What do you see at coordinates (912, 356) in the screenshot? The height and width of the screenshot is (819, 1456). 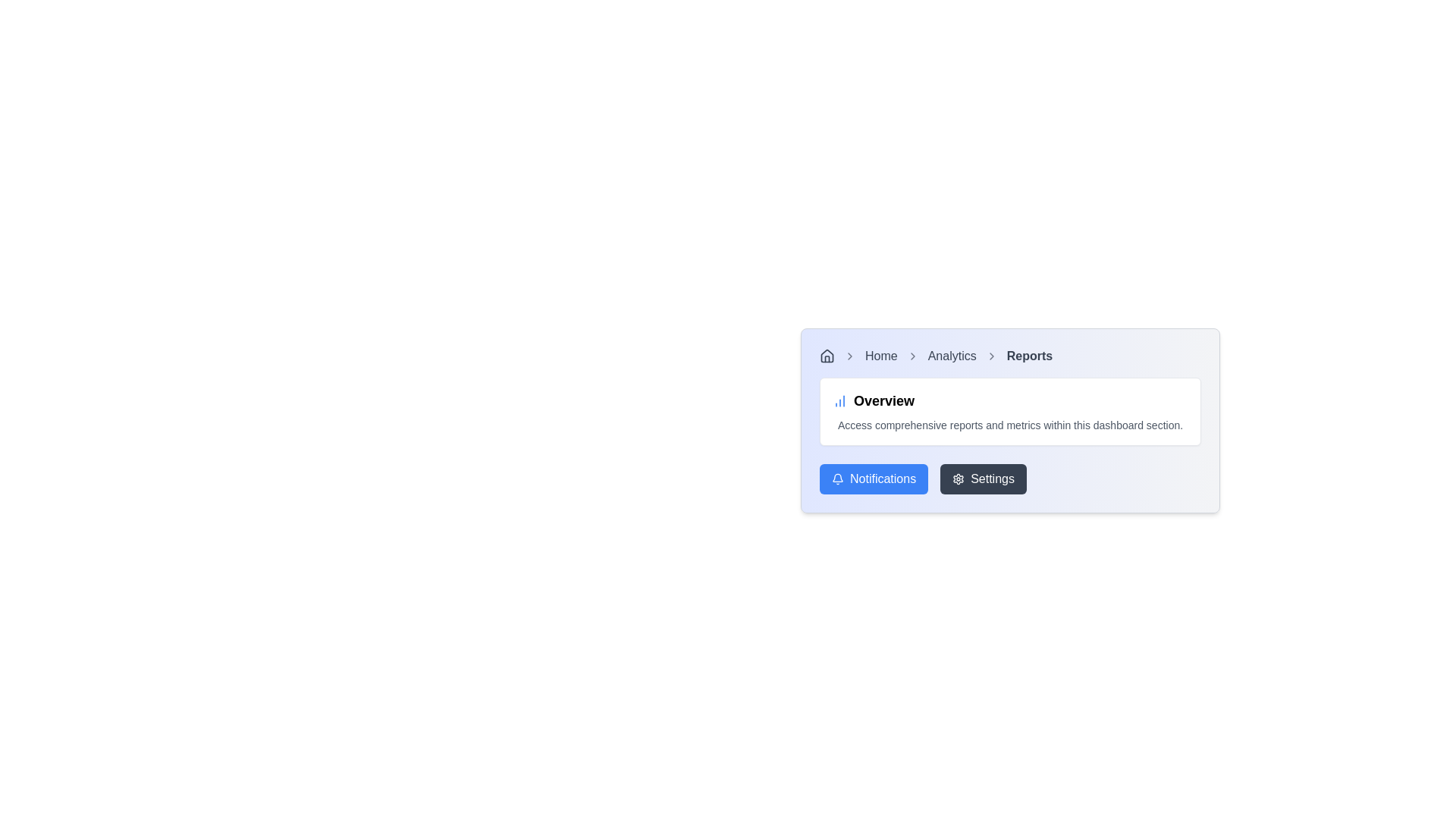 I see `the right-facing chevron icon in the breadcrumb navigation bar, located between the 'Home' and 'Analytics' labels` at bounding box center [912, 356].